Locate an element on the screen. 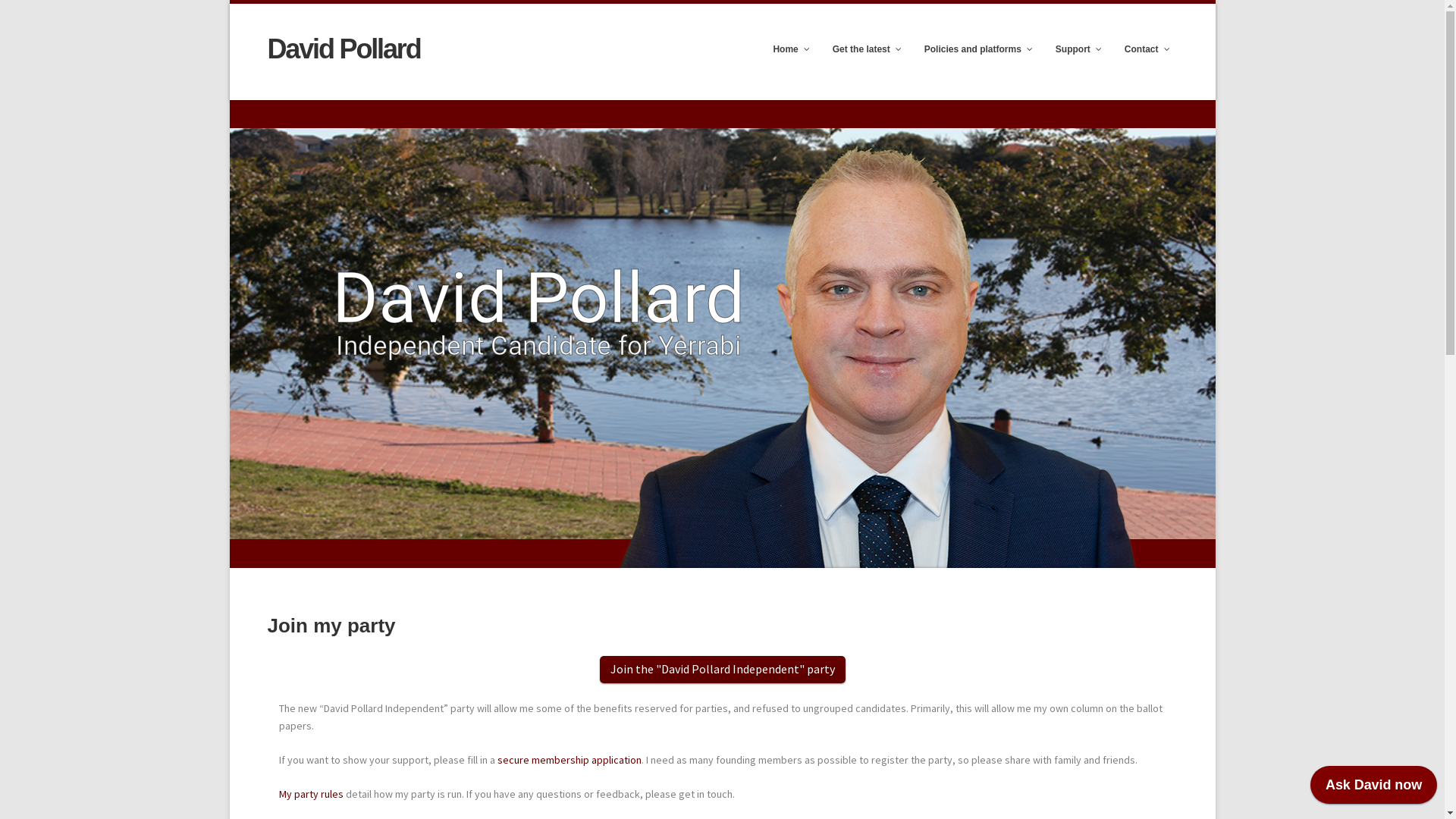 The height and width of the screenshot is (819, 1456). 'Home' is located at coordinates (757, 49).